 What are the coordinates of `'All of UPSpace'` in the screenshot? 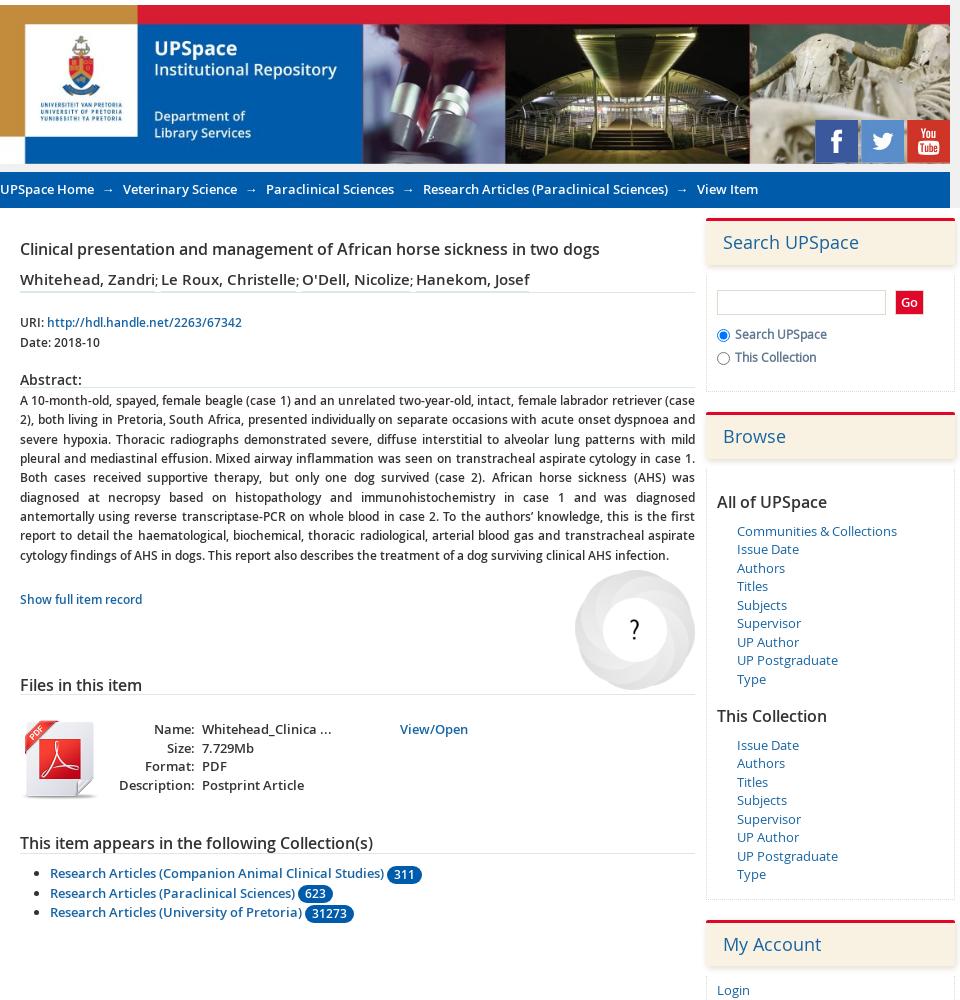 It's located at (771, 501).